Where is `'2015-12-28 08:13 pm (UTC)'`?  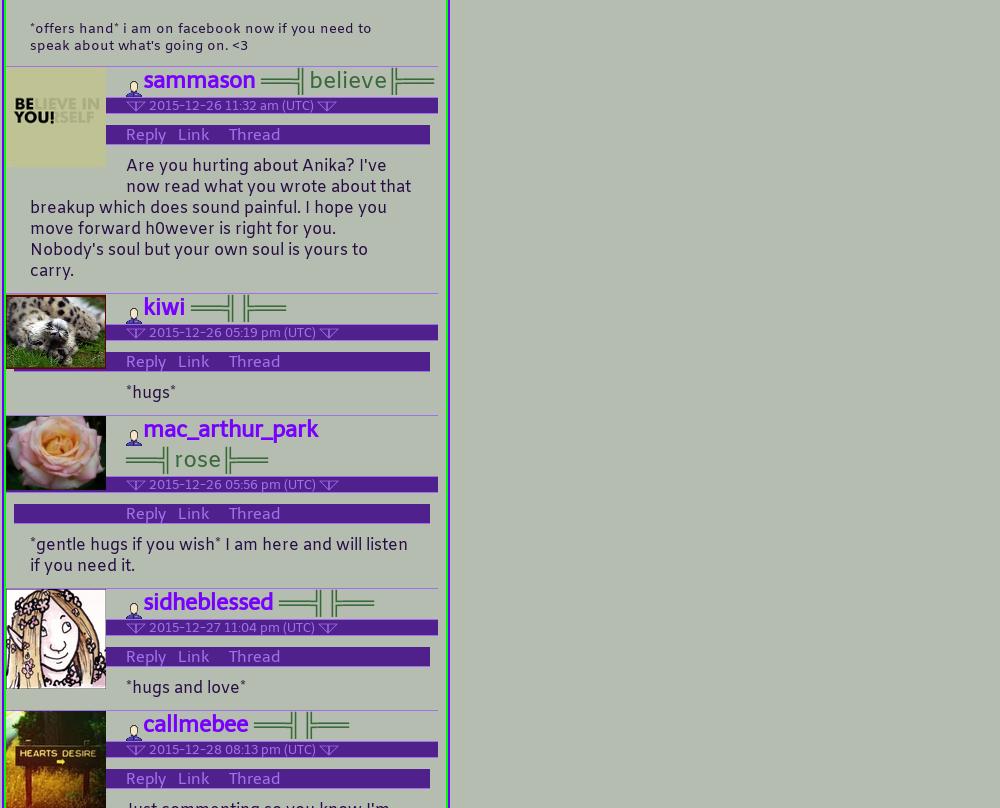
'2015-12-28 08:13 pm (UTC)' is located at coordinates (231, 748).